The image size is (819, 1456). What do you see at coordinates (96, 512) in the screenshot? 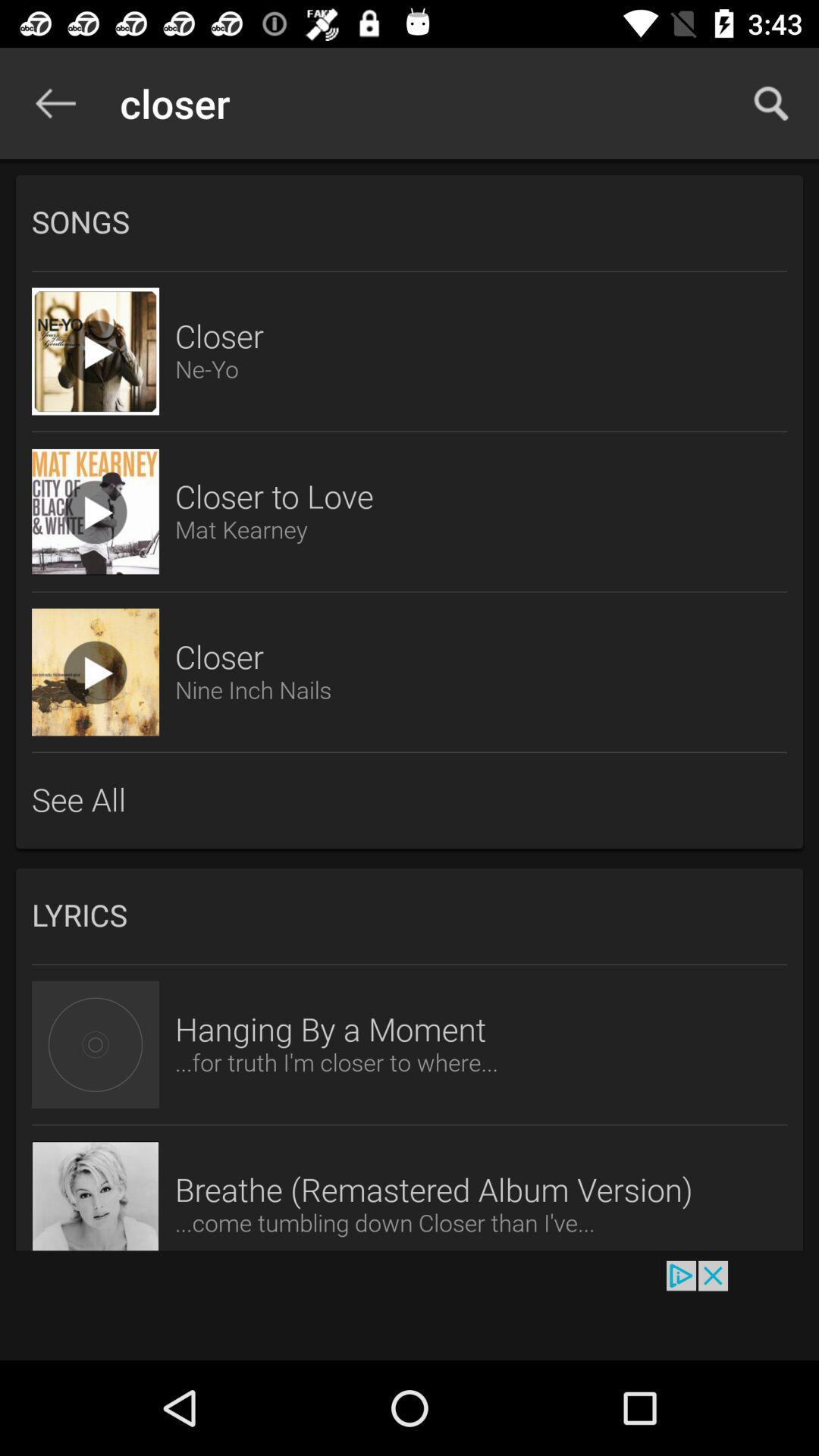
I see `the song closer to love by mat kearney` at bounding box center [96, 512].